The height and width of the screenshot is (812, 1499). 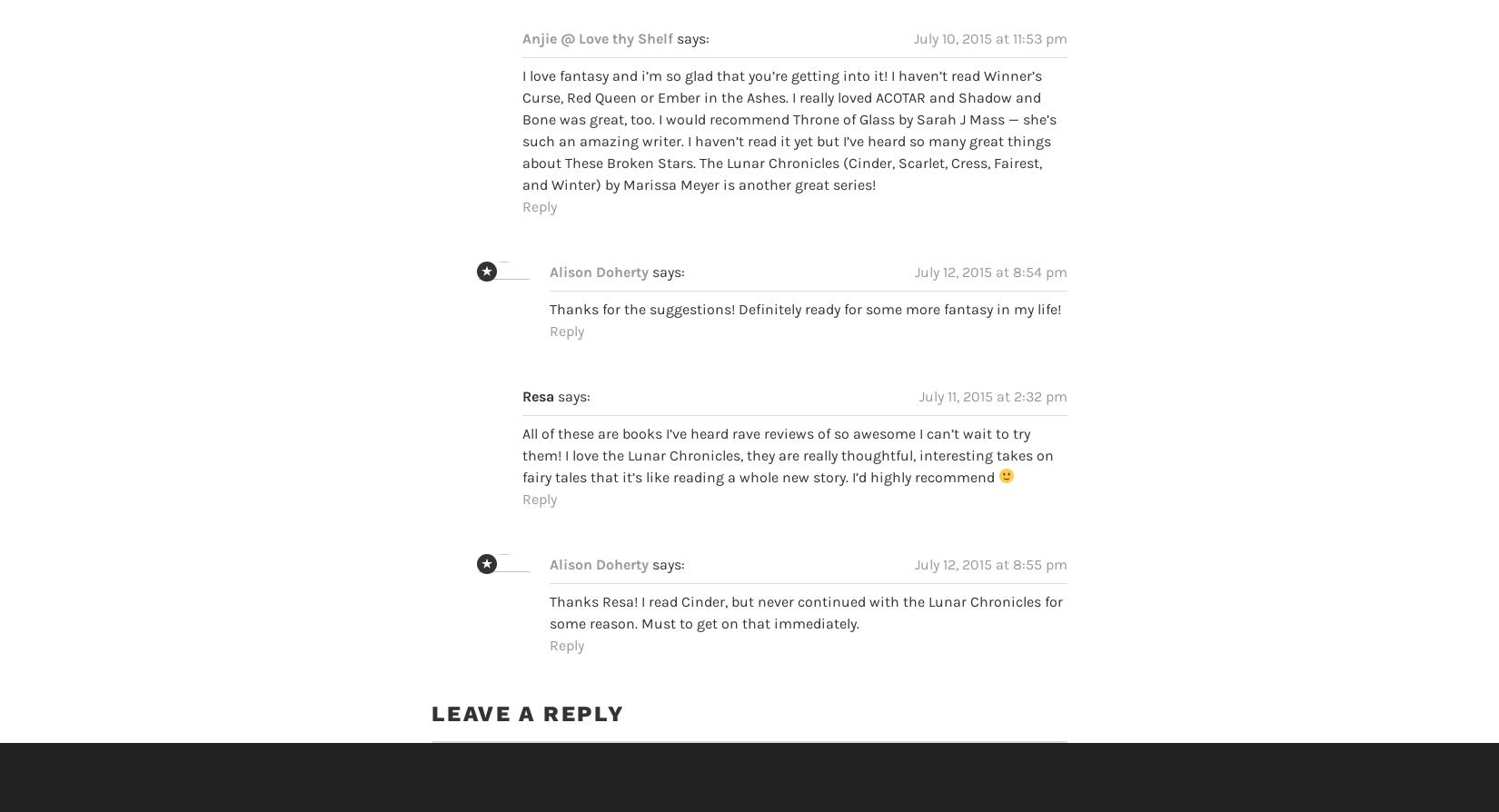 What do you see at coordinates (526, 678) in the screenshot?
I see `'Leave a Reply'` at bounding box center [526, 678].